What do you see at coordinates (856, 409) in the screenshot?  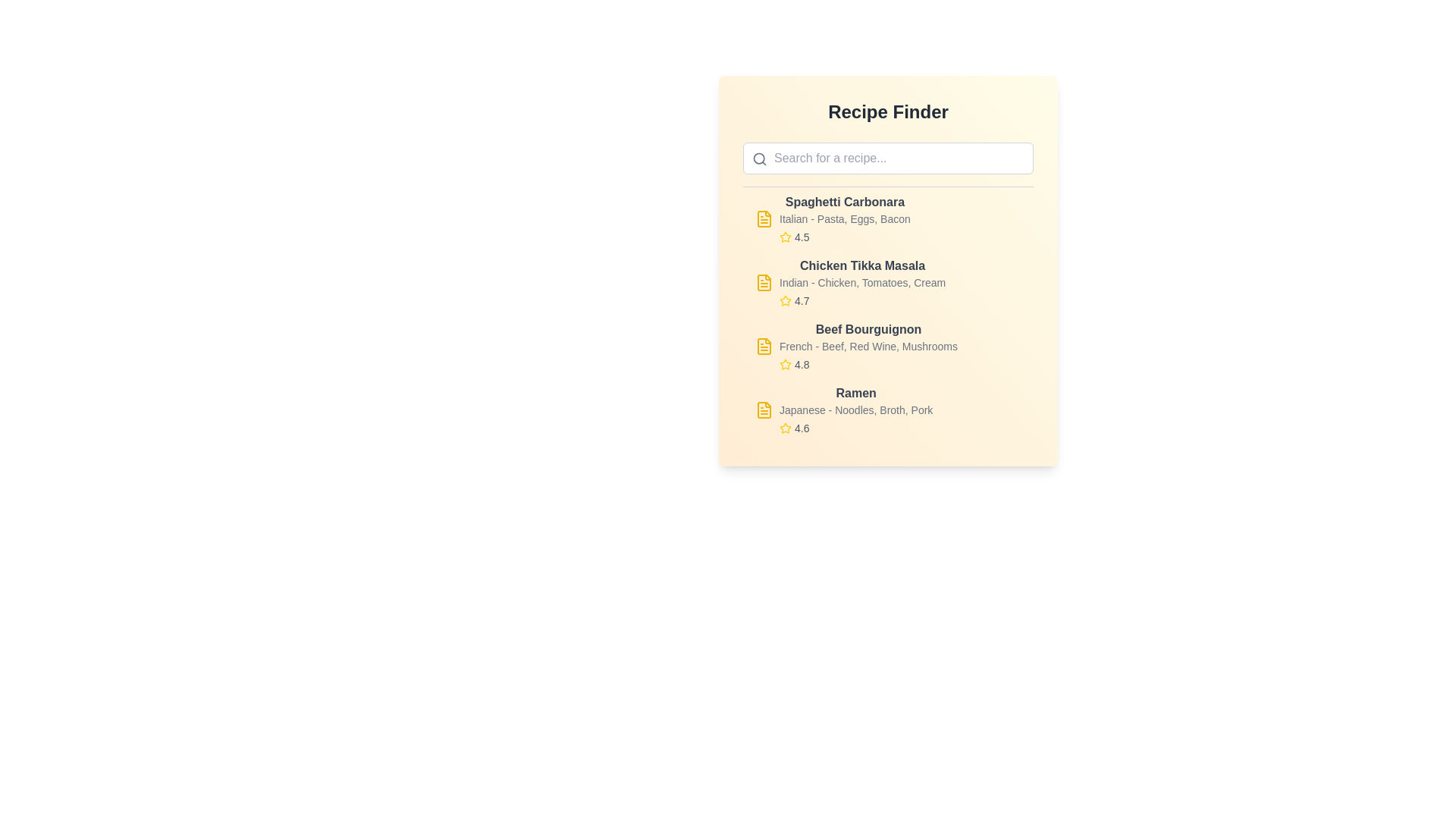 I see `to select the list item titled 'Ramen' in the recipe selection interface, which features a yellow star icon and a description below it` at bounding box center [856, 409].